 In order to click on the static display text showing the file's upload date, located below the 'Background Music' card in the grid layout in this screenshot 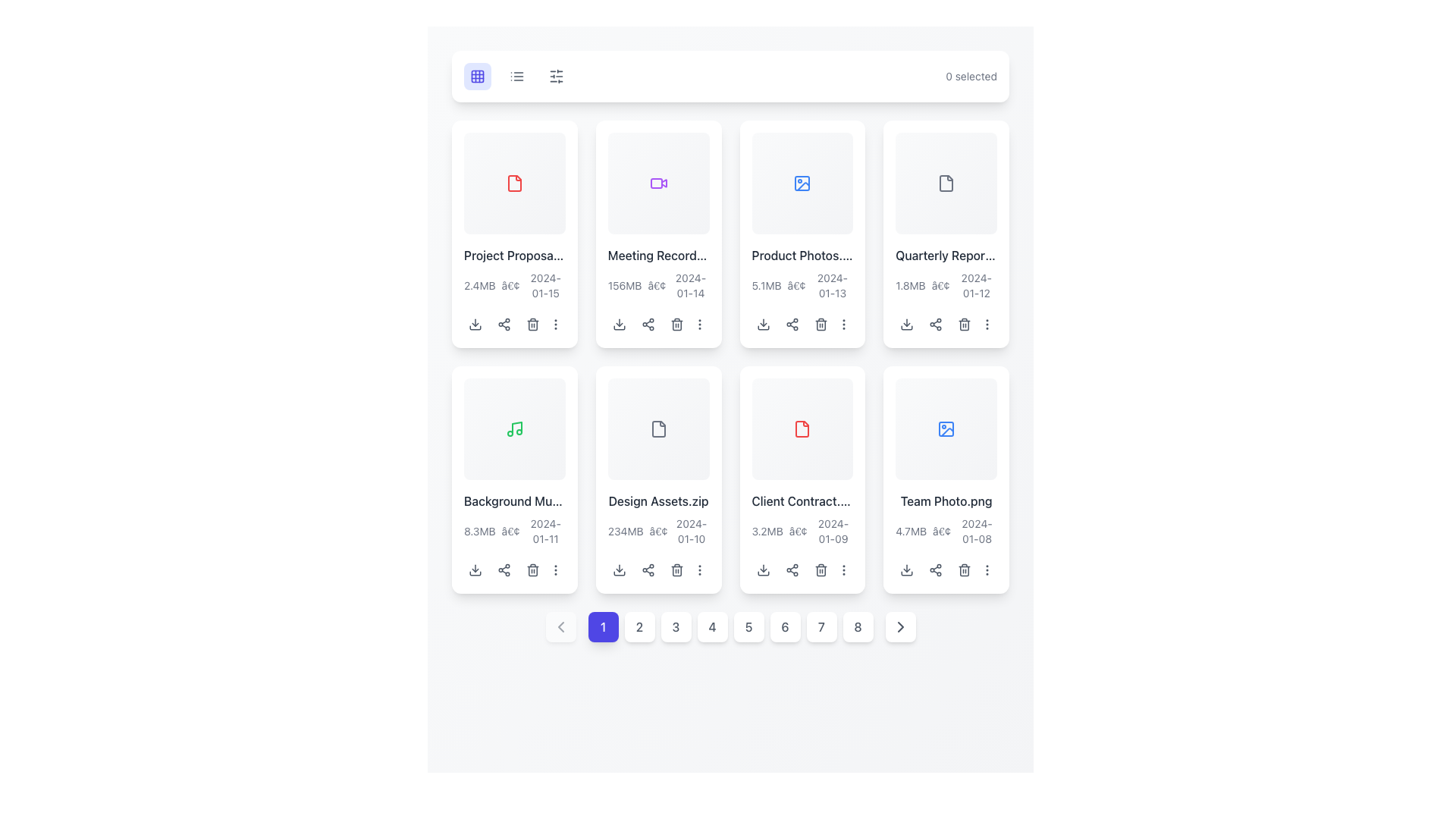, I will do `click(545, 530)`.